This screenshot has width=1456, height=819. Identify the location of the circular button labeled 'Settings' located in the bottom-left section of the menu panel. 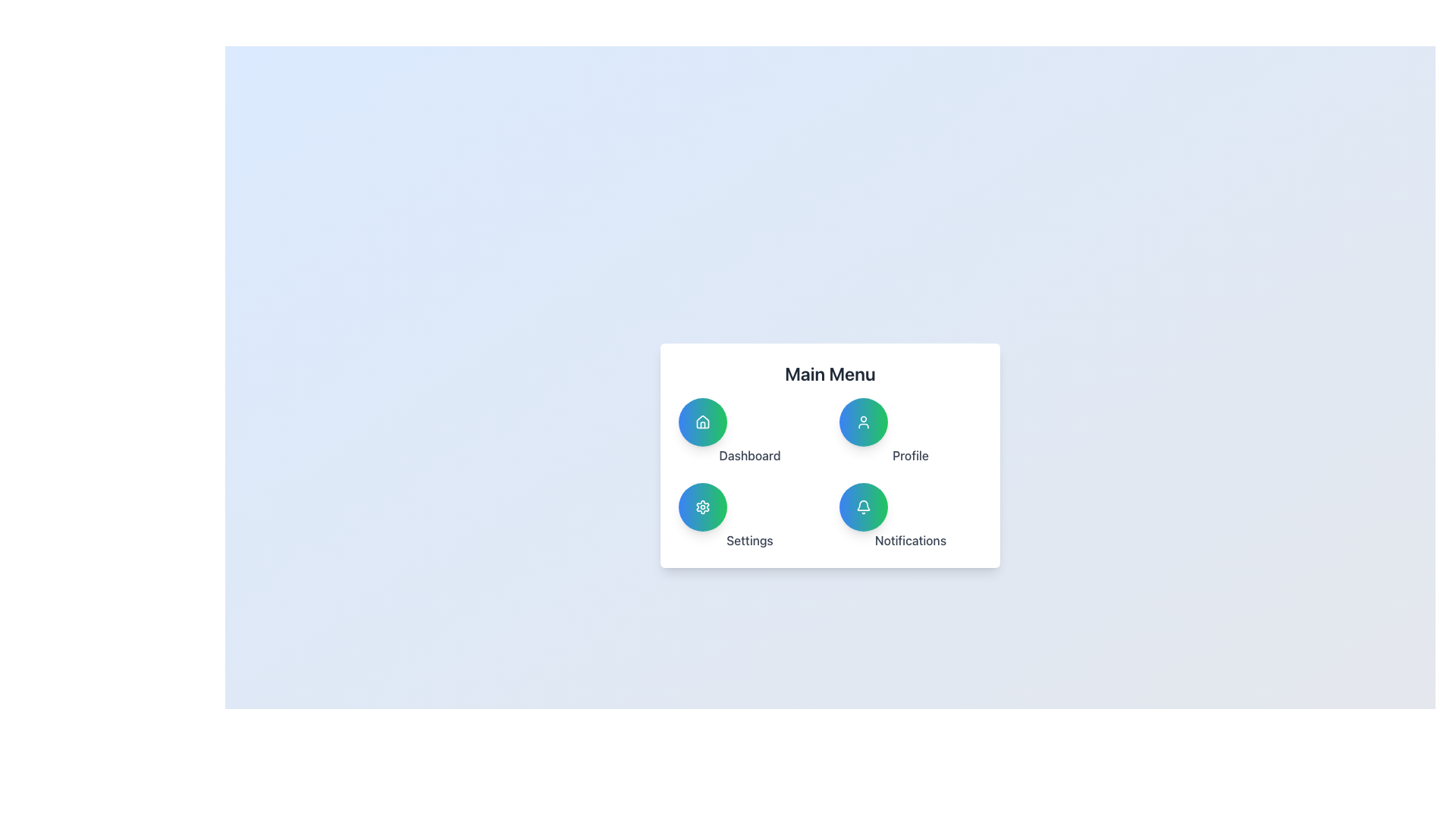
(701, 507).